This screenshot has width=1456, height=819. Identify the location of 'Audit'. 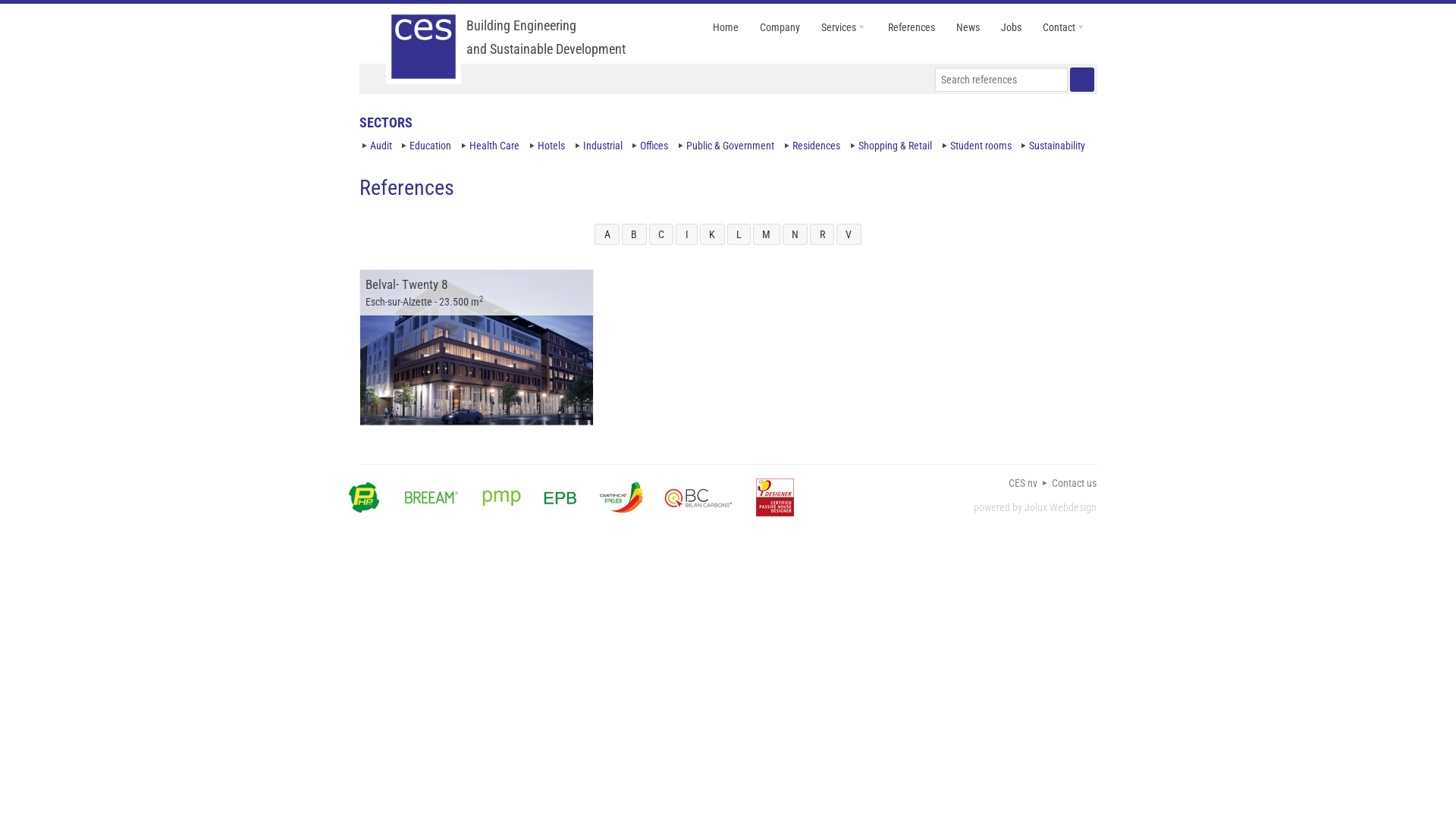
(381, 146).